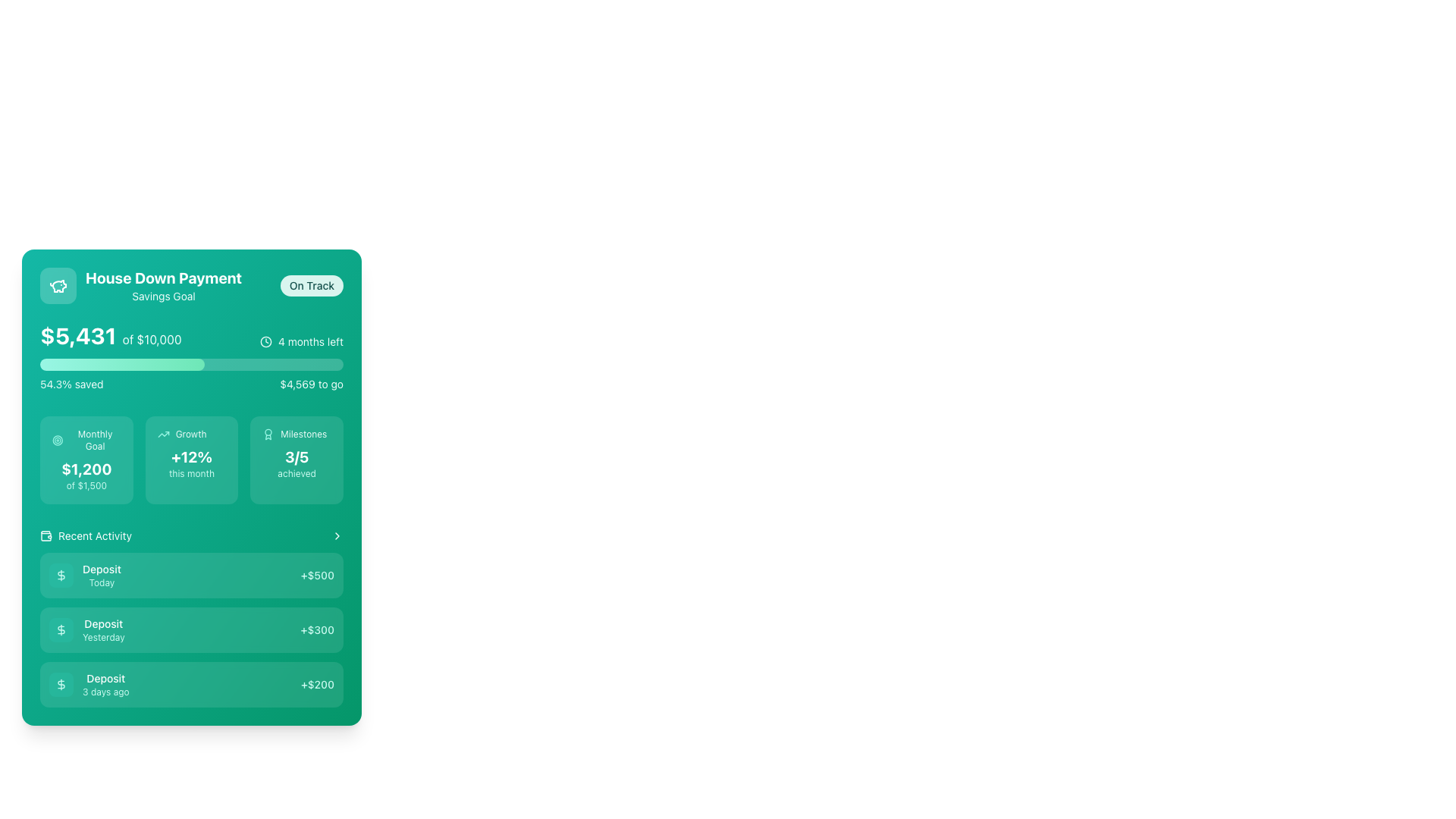 Image resolution: width=1456 pixels, height=819 pixels. I want to click on the teal-colored circular icon with a dollar sign ($) in the 'Recent Activity' section, associated with the entry 'Deposit 3 days ago.', so click(61, 684).